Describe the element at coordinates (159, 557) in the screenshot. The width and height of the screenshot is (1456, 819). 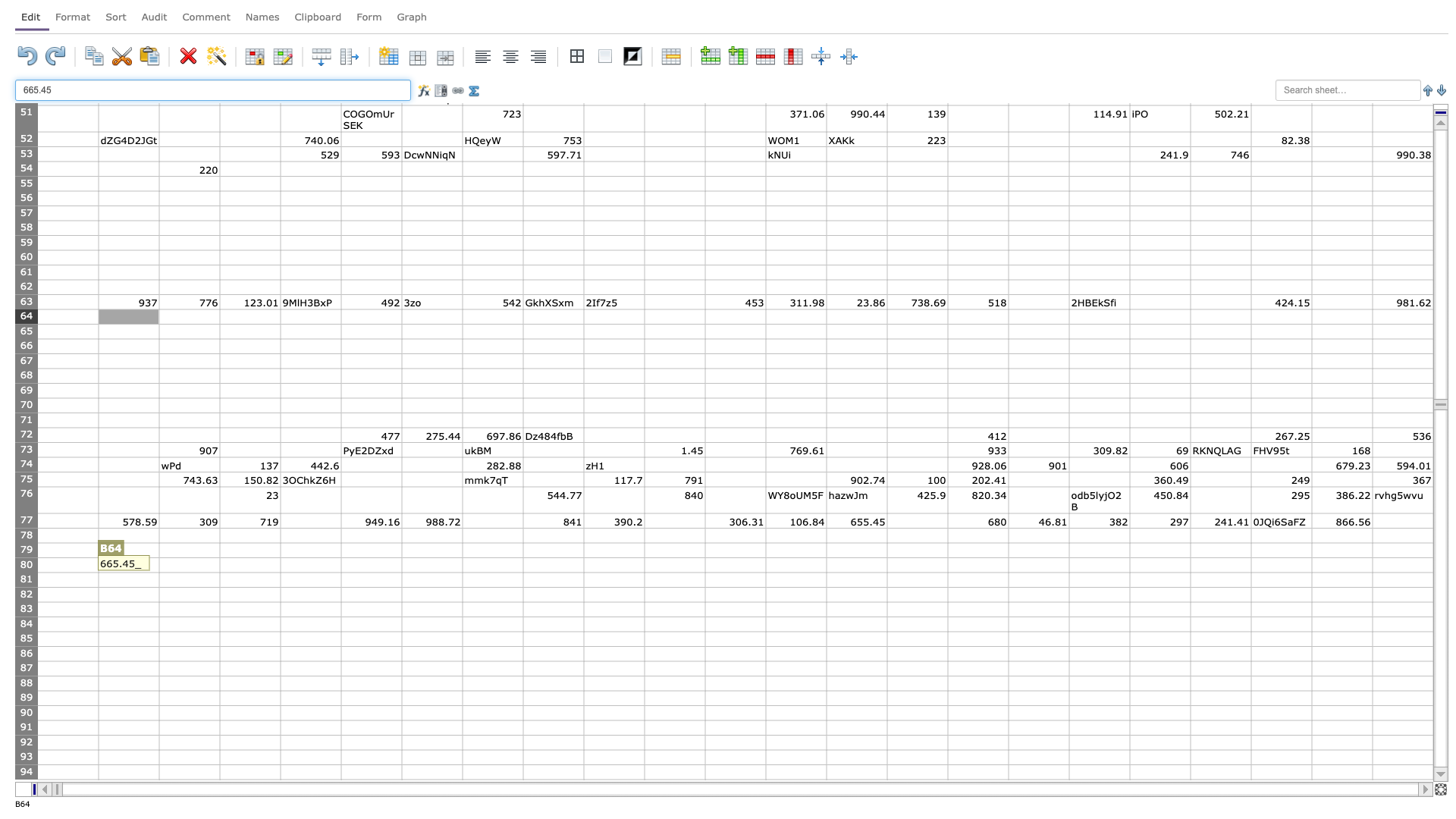
I see `Top left corner of cell C-80` at that location.